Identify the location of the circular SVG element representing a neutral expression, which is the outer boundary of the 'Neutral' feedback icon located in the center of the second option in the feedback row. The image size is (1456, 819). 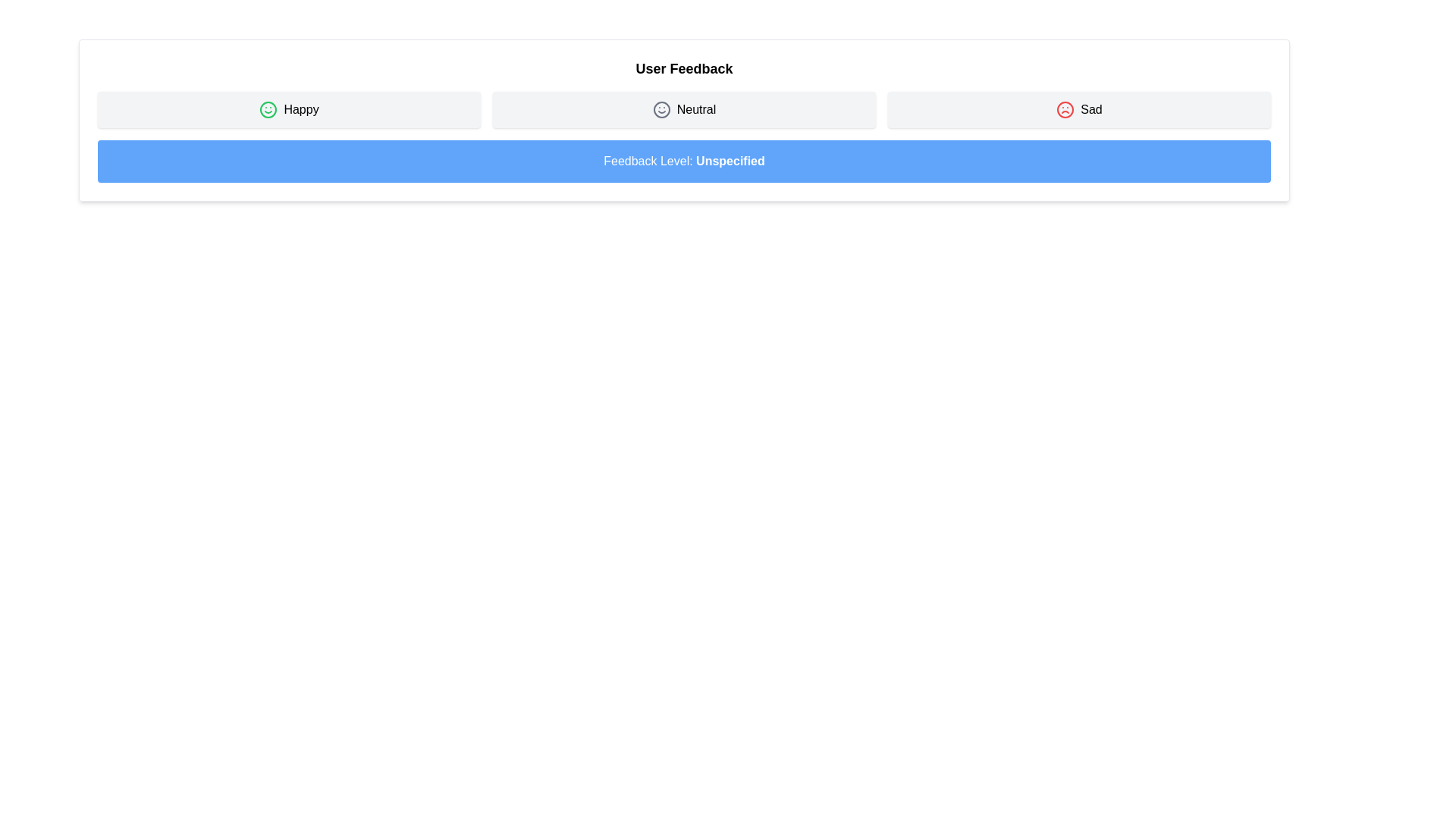
(661, 109).